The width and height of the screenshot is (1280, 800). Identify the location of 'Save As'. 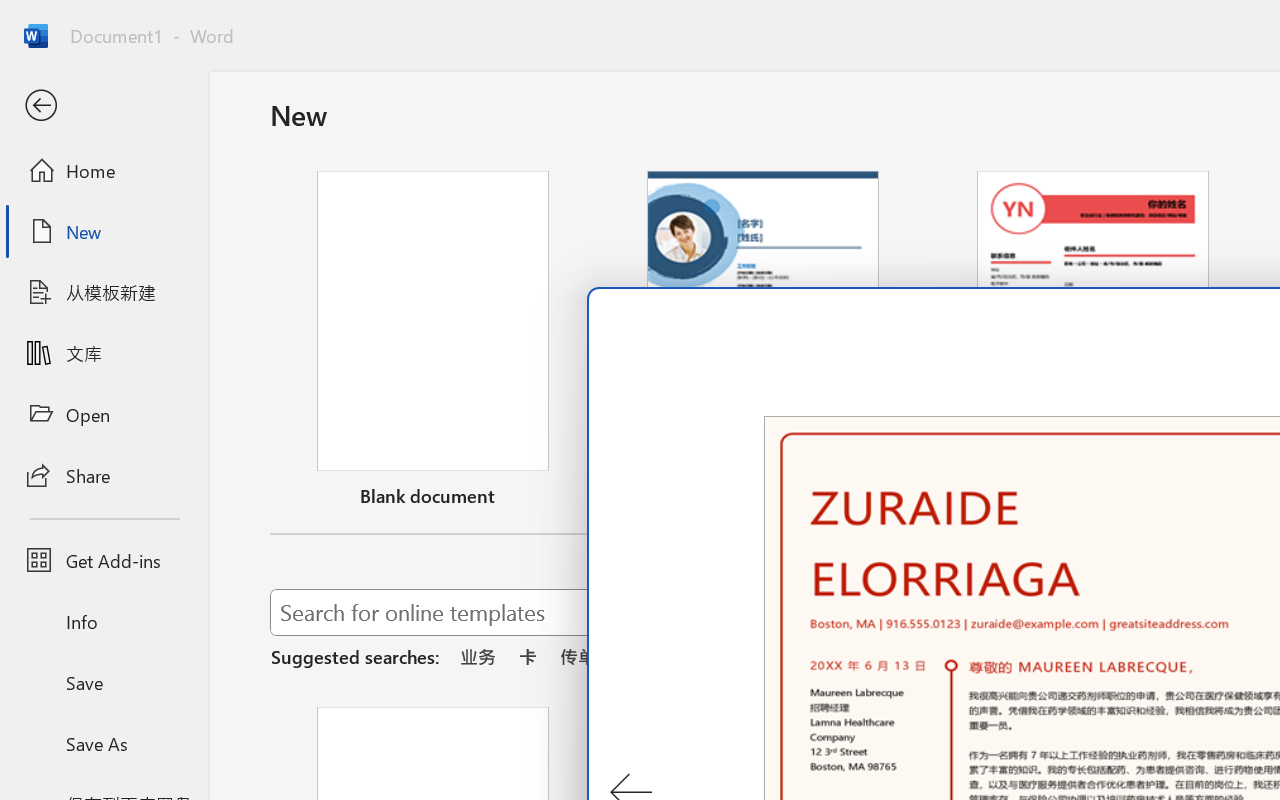
(103, 743).